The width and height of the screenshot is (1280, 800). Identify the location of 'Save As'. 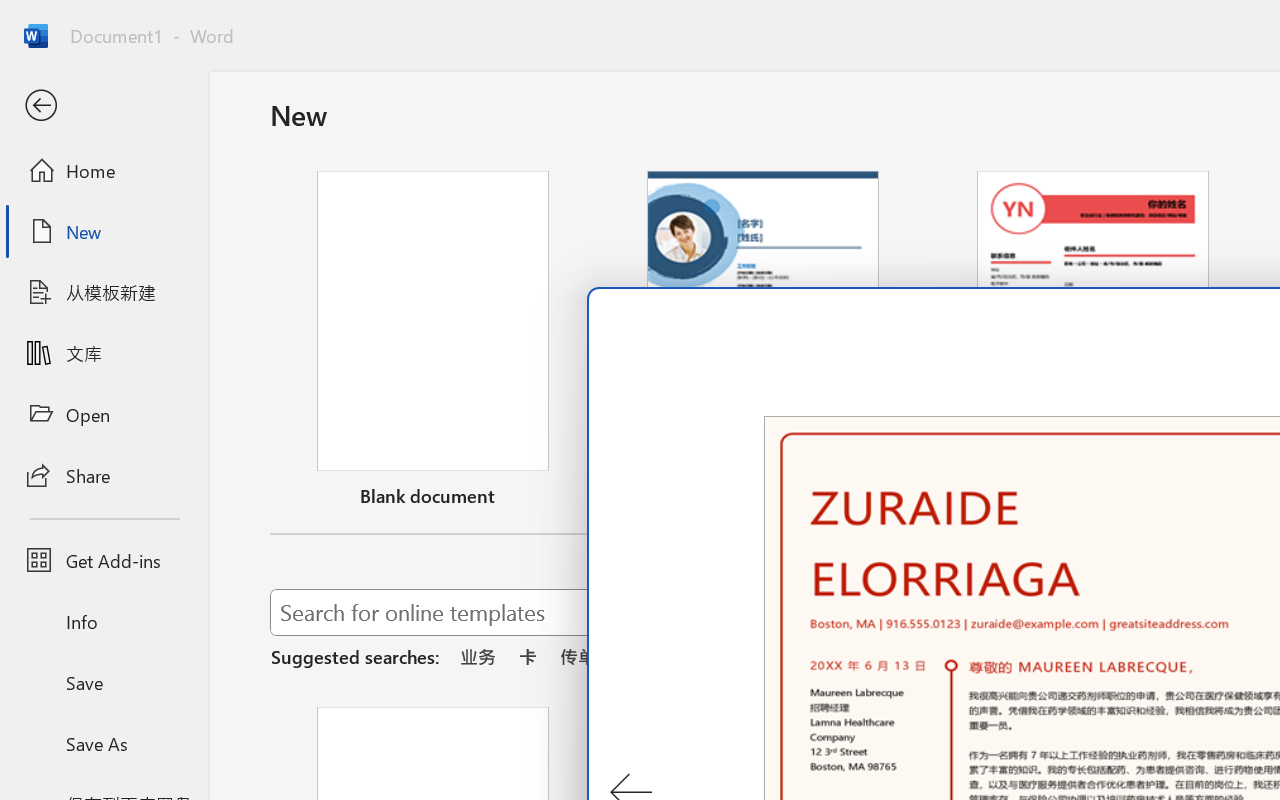
(103, 743).